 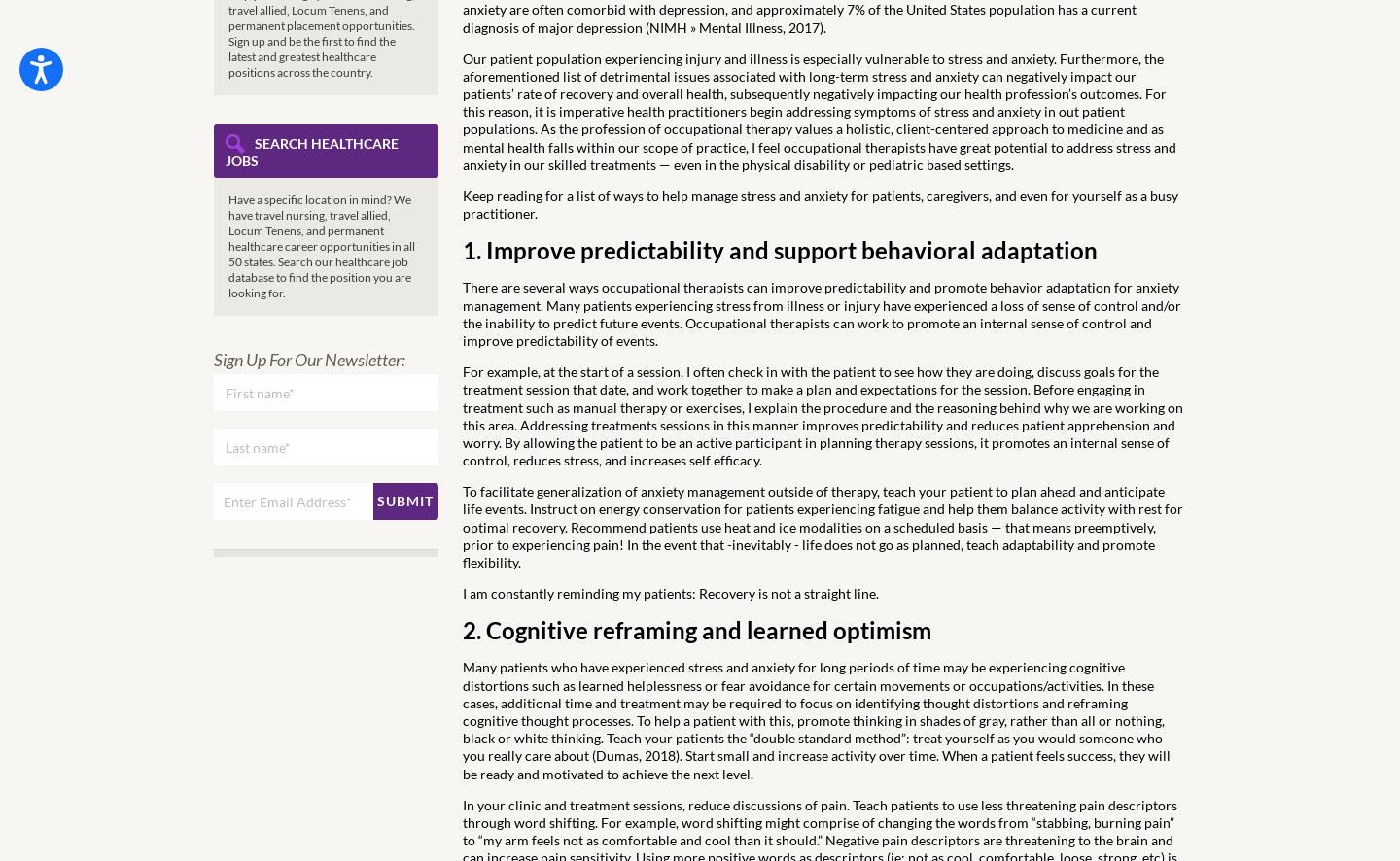 I want to click on 'There are several ways occupational therapists can improve predictability and promote behavior adaptation for anxiety management. Many patients experiencing stress from illness or injury have experienced a loss of sense of control and/or the inability to predict future events. Occupational therapists can work to promote an internal sense of control and improve predictability of events.', so click(x=463, y=312).